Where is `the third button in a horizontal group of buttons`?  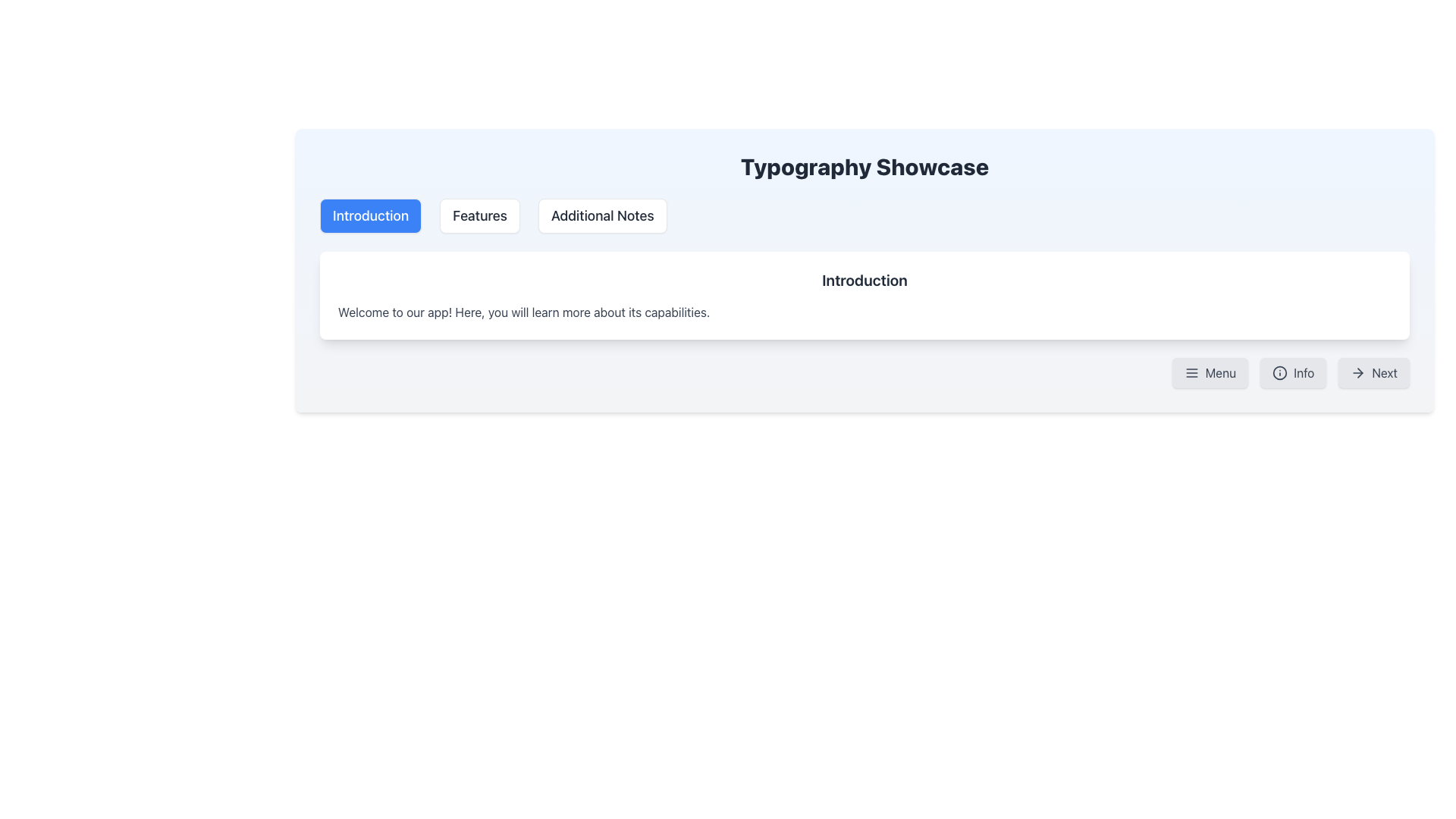
the third button in a horizontal group of buttons is located at coordinates (601, 216).